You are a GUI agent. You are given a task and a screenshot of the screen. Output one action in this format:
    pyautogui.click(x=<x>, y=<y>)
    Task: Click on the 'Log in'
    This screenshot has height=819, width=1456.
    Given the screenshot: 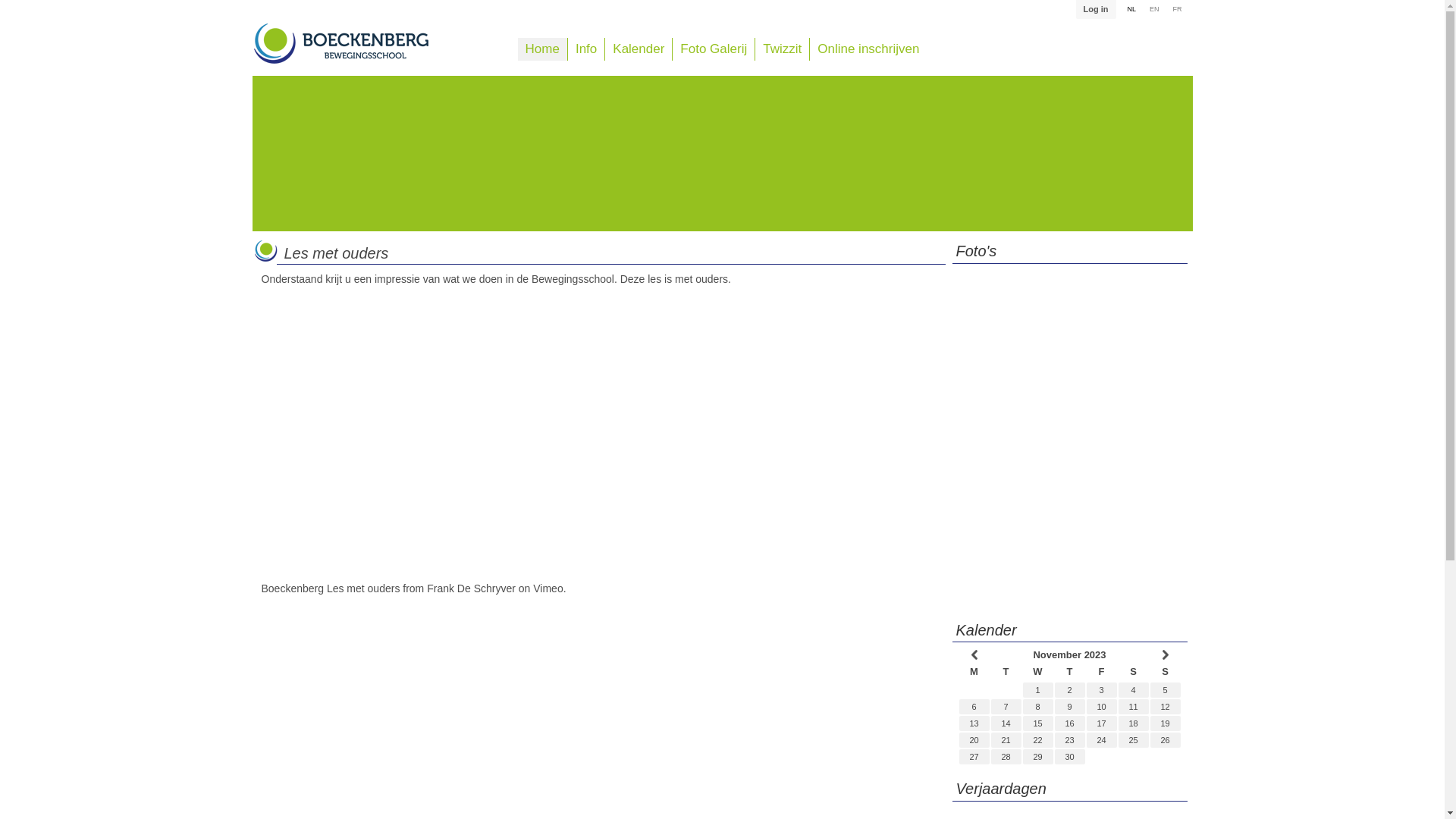 What is the action you would take?
    pyautogui.click(x=1075, y=9)
    